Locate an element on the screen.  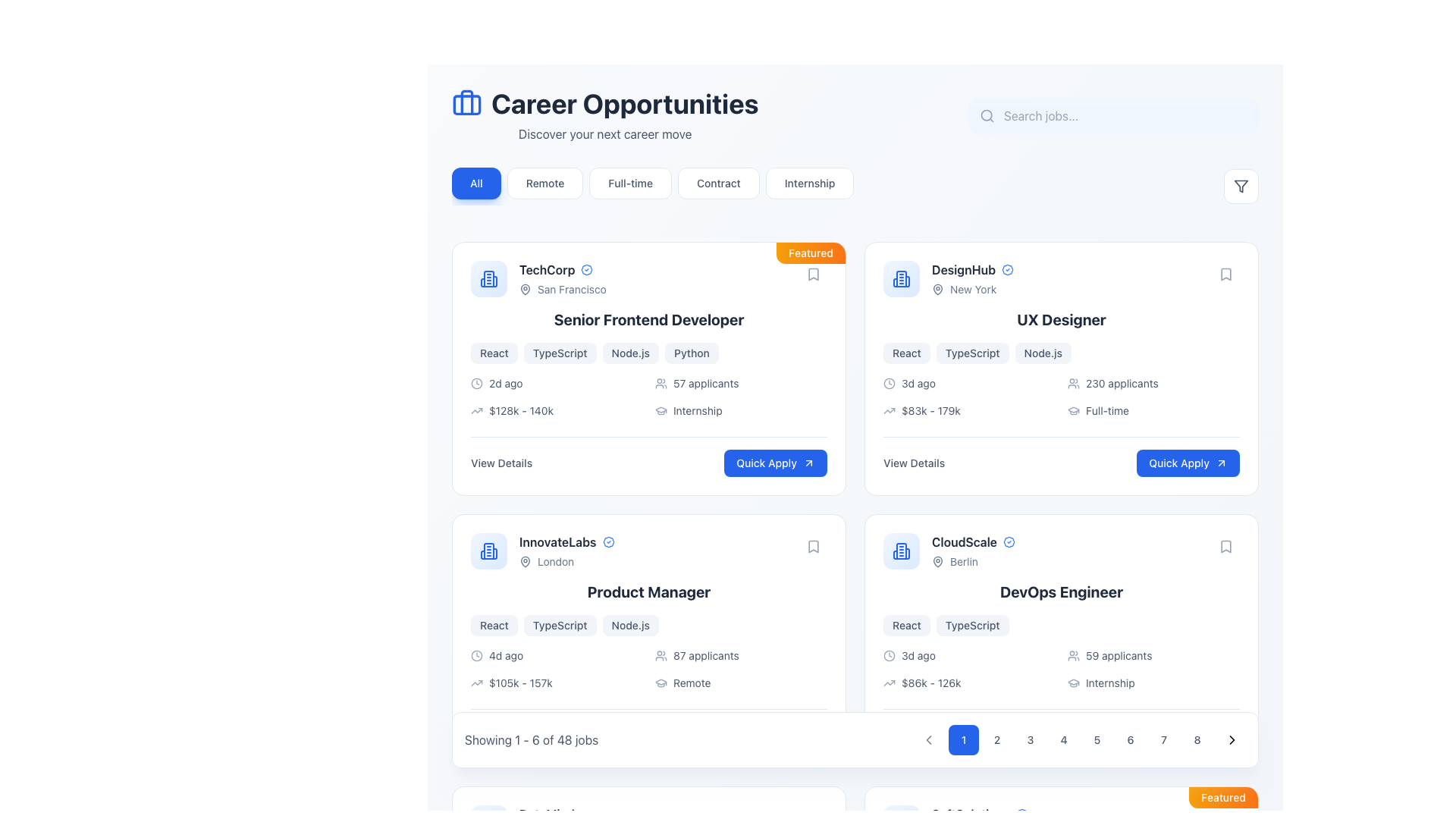
the chevron icon located near the bottom-right corner of the page is located at coordinates (1232, 739).